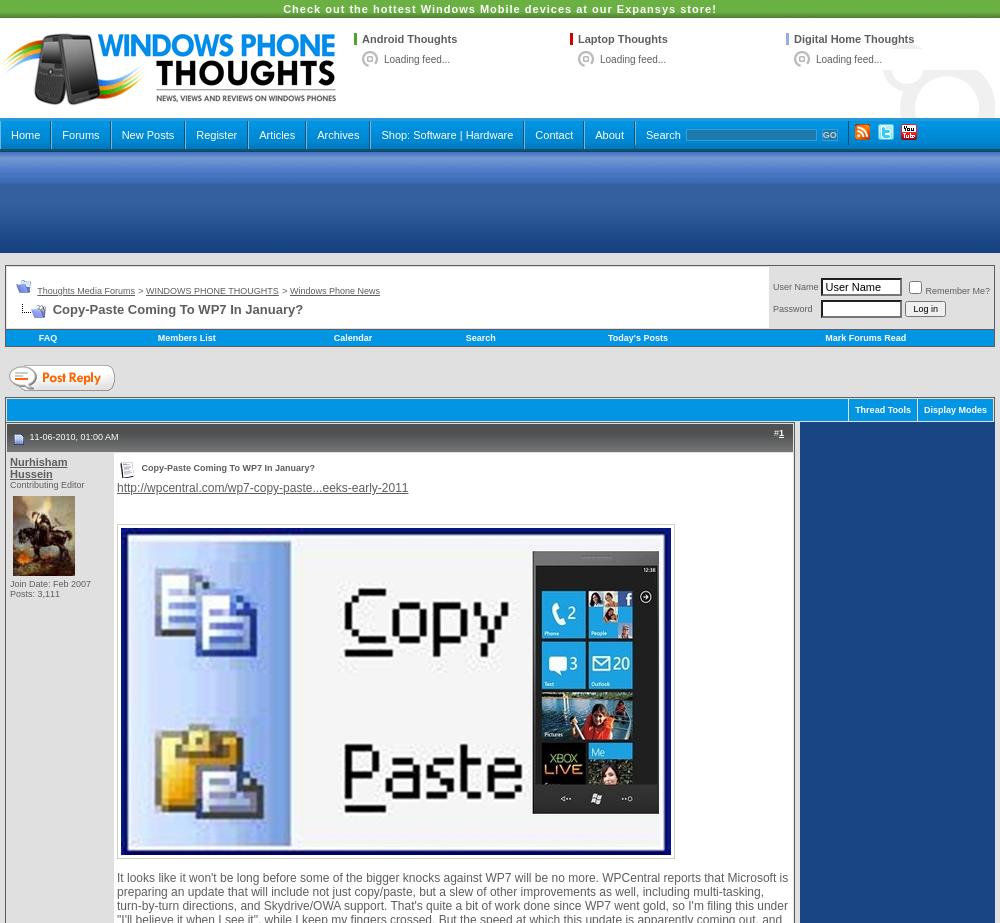 This screenshot has height=923, width=1000. Describe the element at coordinates (361, 39) in the screenshot. I see `'Android Thoughts'` at that location.